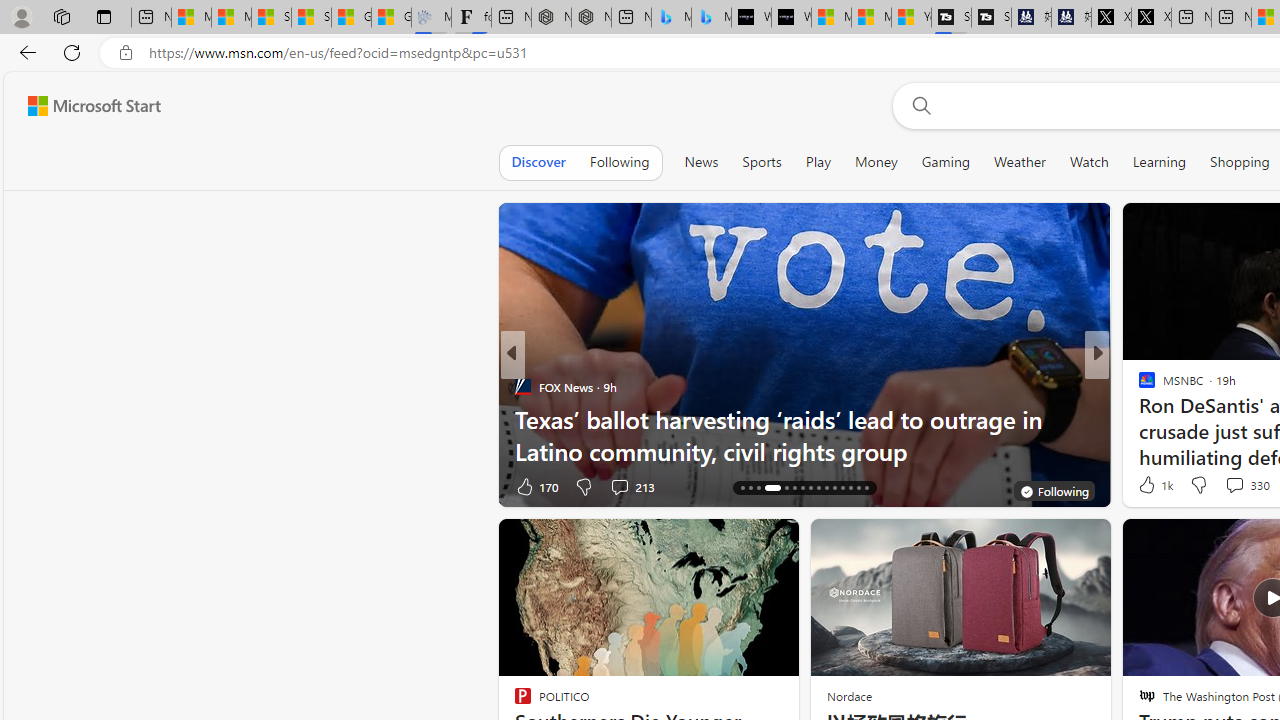 Image resolution: width=1280 pixels, height=720 pixels. I want to click on 'View comments 96 Comment', so click(1243, 486).